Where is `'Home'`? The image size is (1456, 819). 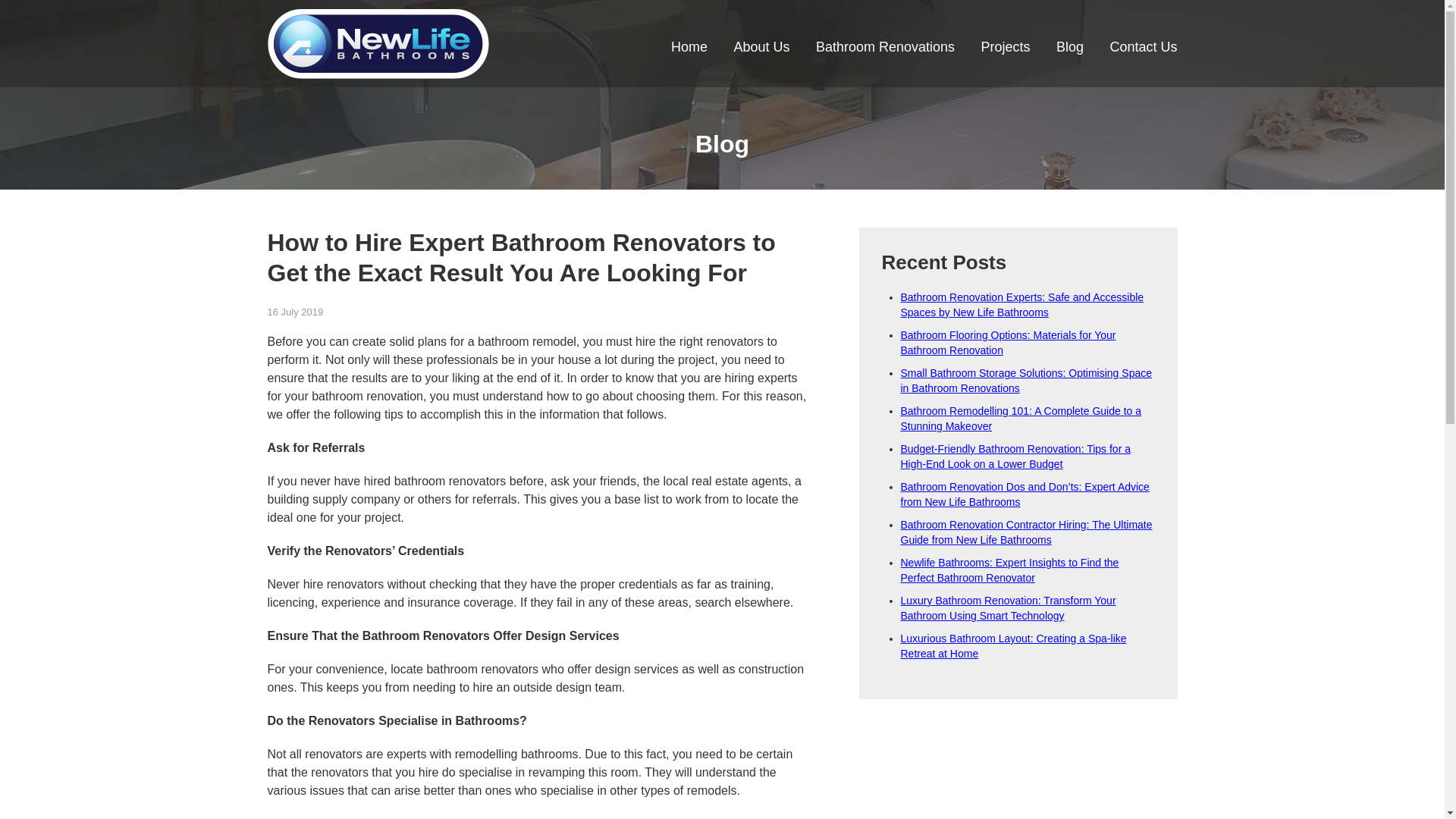
'Home' is located at coordinates (688, 49).